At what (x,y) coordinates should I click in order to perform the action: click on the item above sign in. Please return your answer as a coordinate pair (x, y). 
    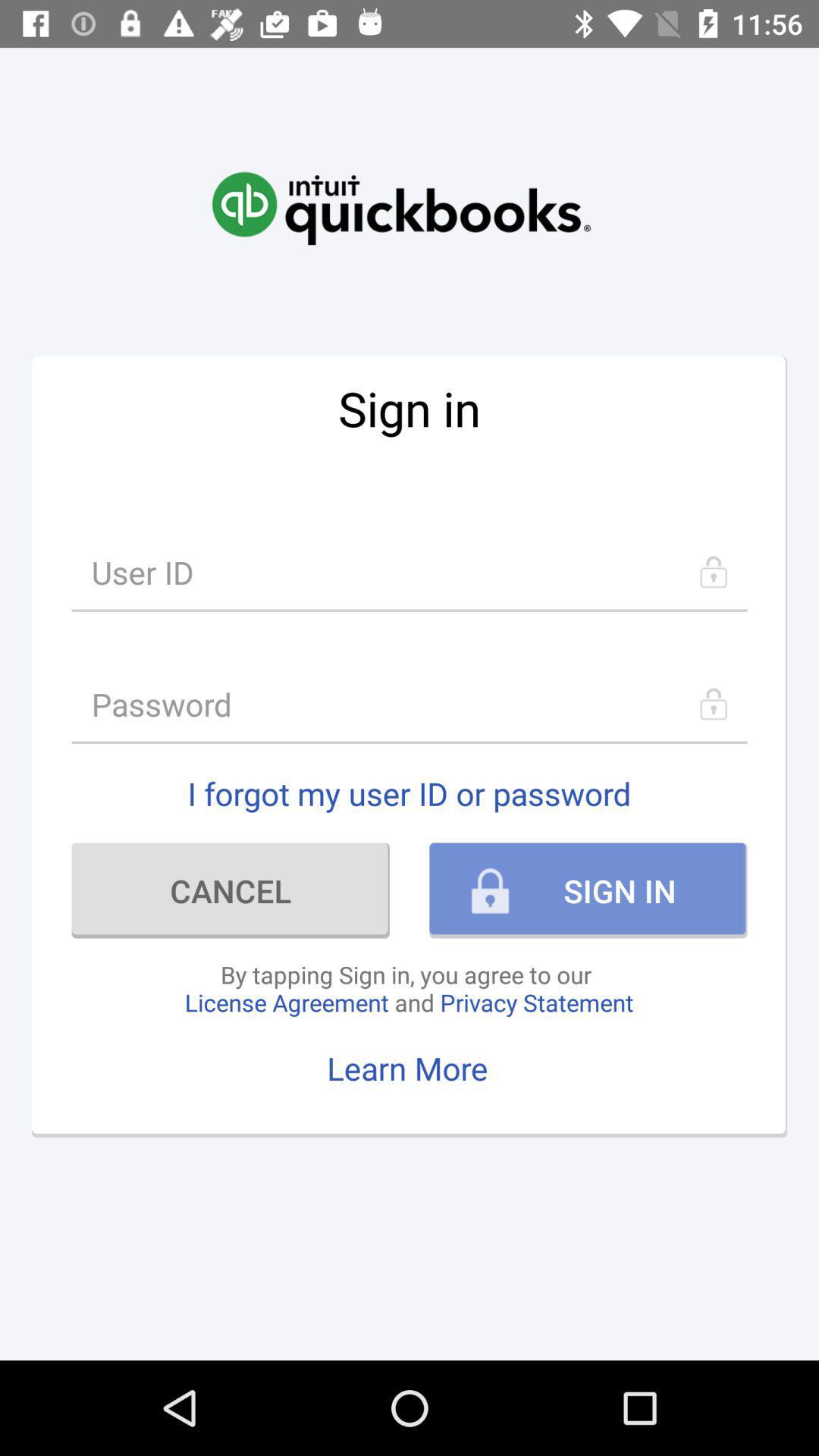
    Looking at the image, I should click on (400, 191).